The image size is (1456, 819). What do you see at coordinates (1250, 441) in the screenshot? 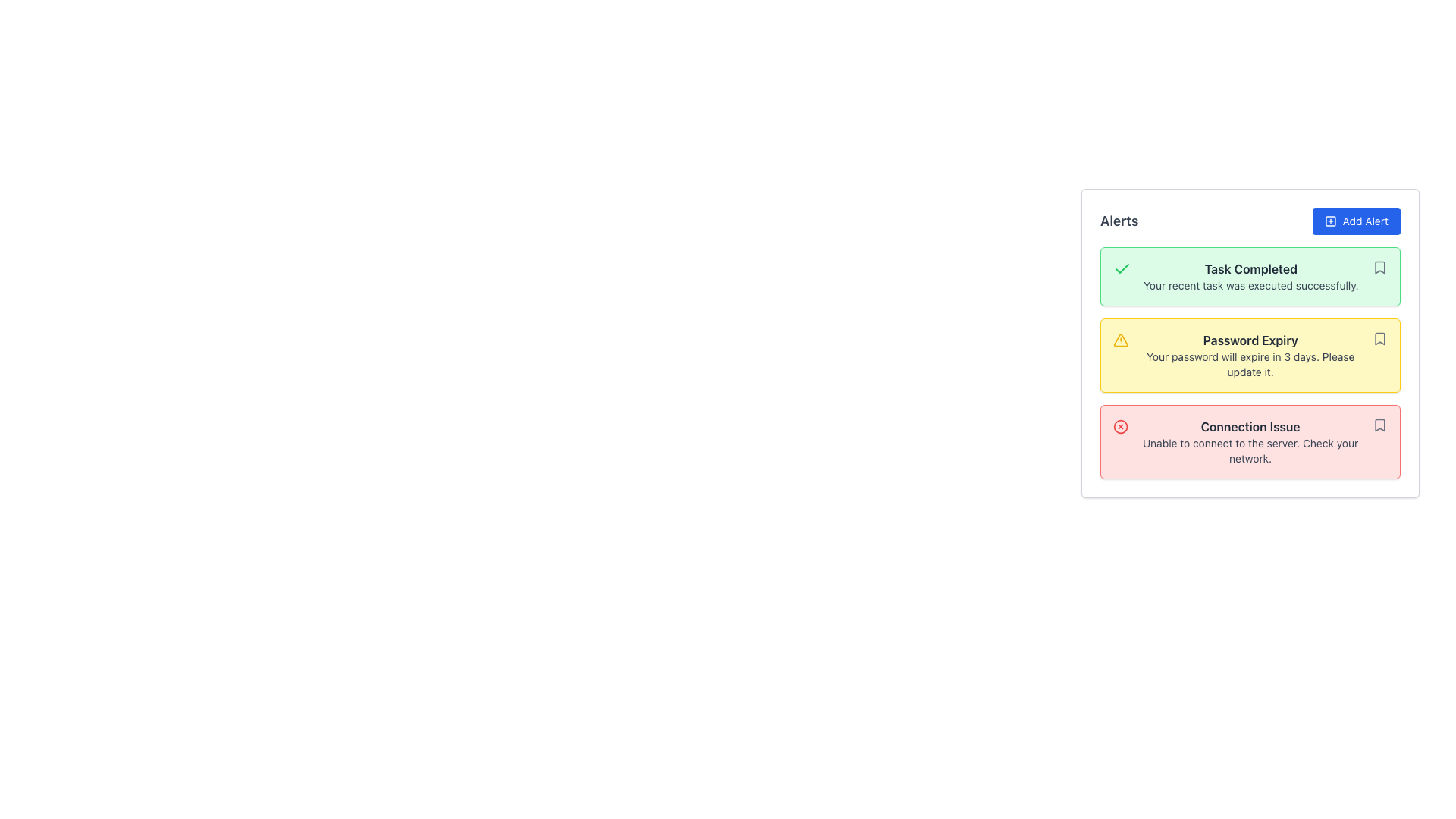
I see `alert message displayed in the Text Block titled 'Connection Issue' which indicates a network connectivity problem with a description stating 'Unable to connect to the server. Check your network.'` at bounding box center [1250, 441].